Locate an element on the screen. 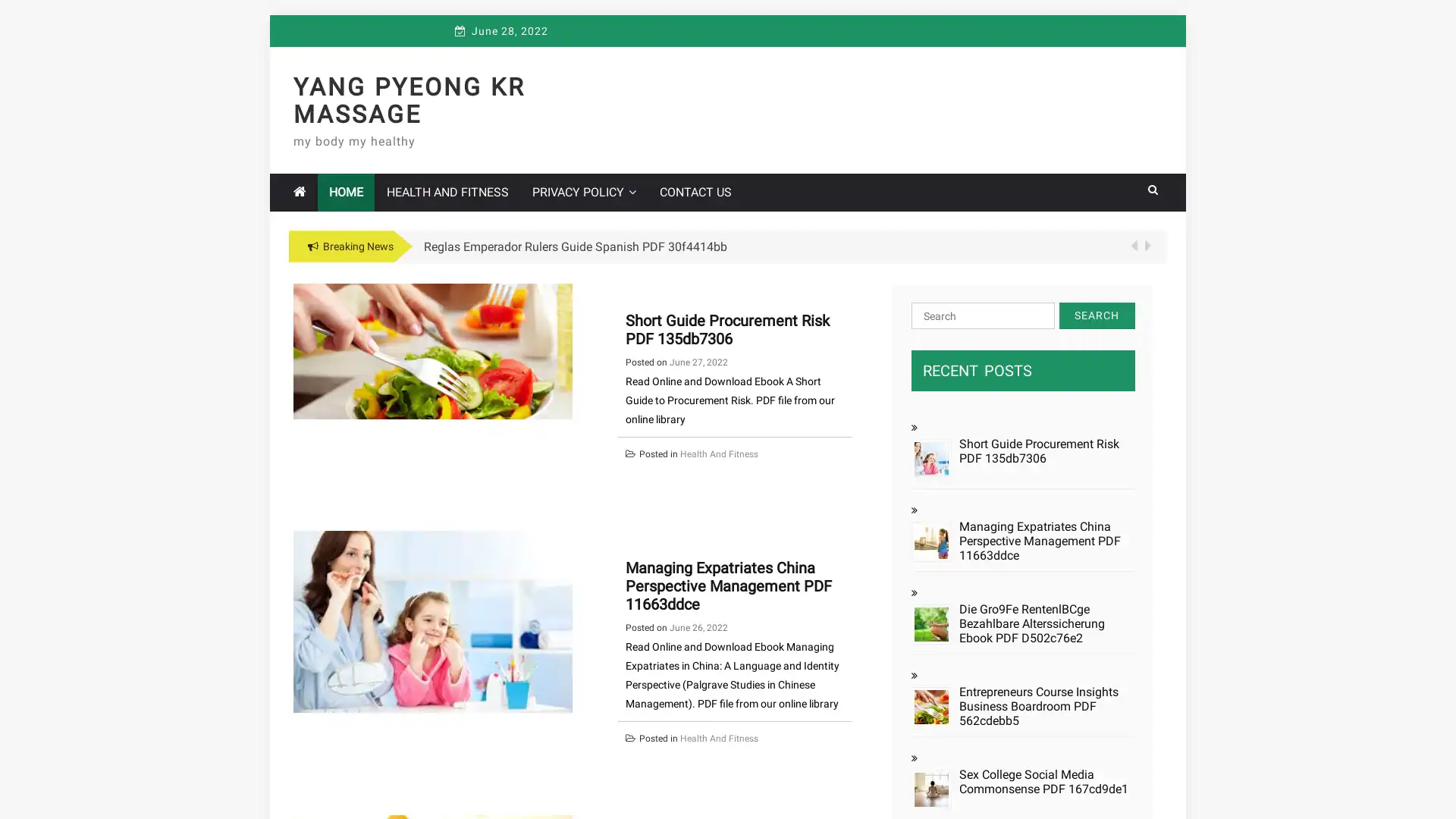 The image size is (1456, 819). Search is located at coordinates (1096, 315).